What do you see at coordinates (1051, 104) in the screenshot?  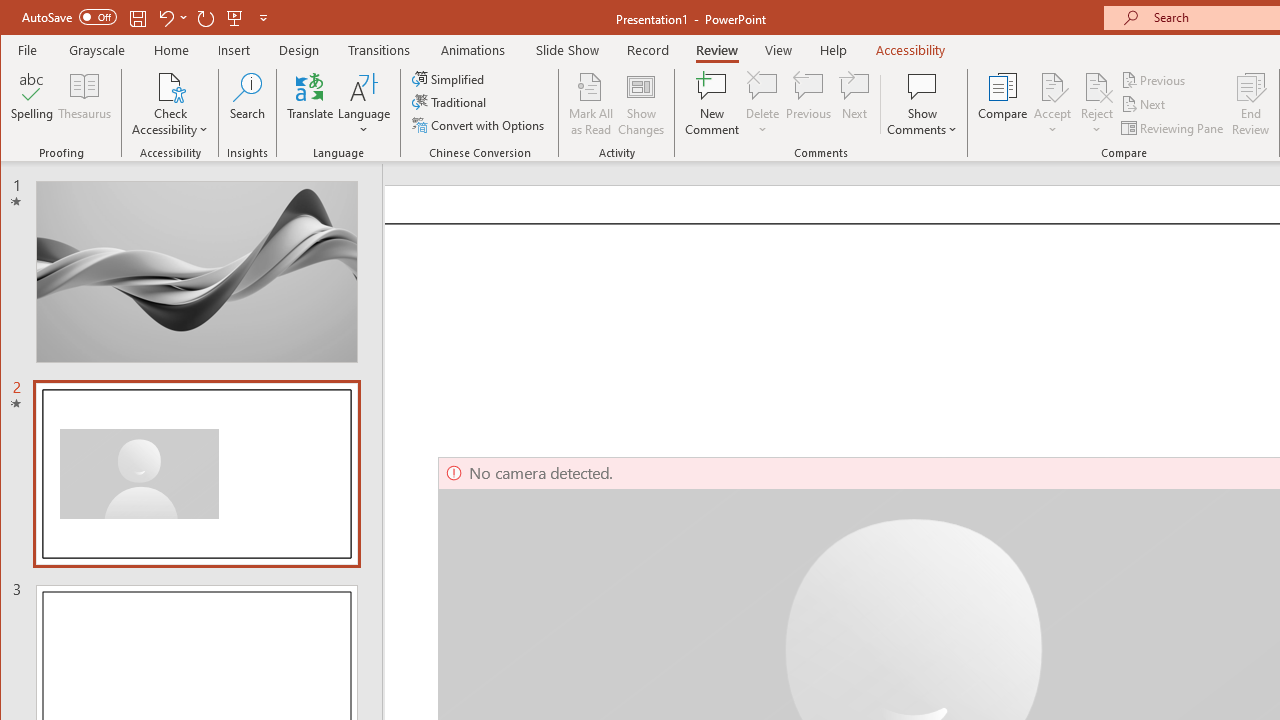 I see `'Accept'` at bounding box center [1051, 104].